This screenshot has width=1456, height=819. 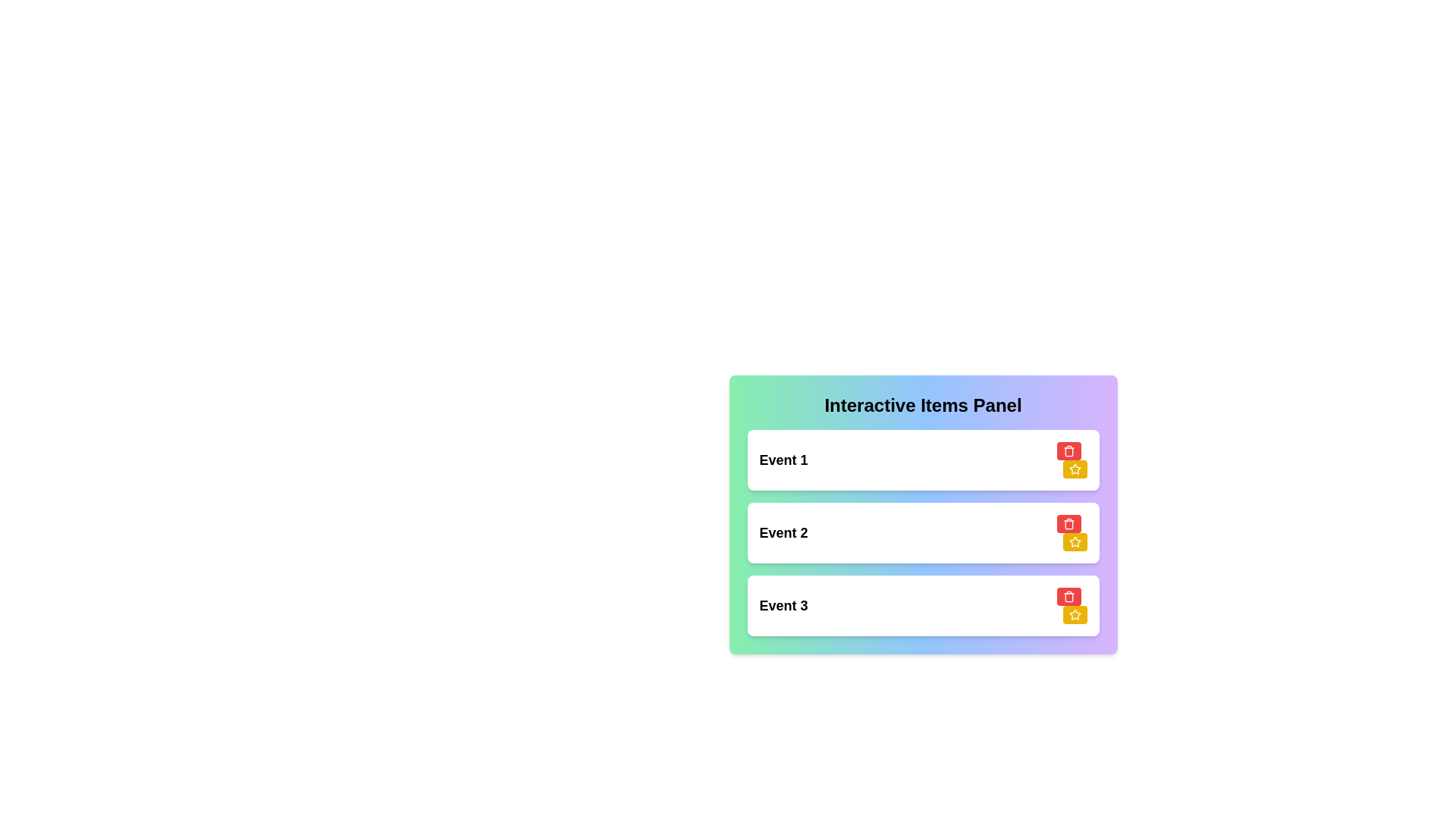 What do you see at coordinates (1074, 468) in the screenshot?
I see `the star-shaped icon with a yellow background located in the button group associated with the third item in the 'Interactive Items Panel'` at bounding box center [1074, 468].